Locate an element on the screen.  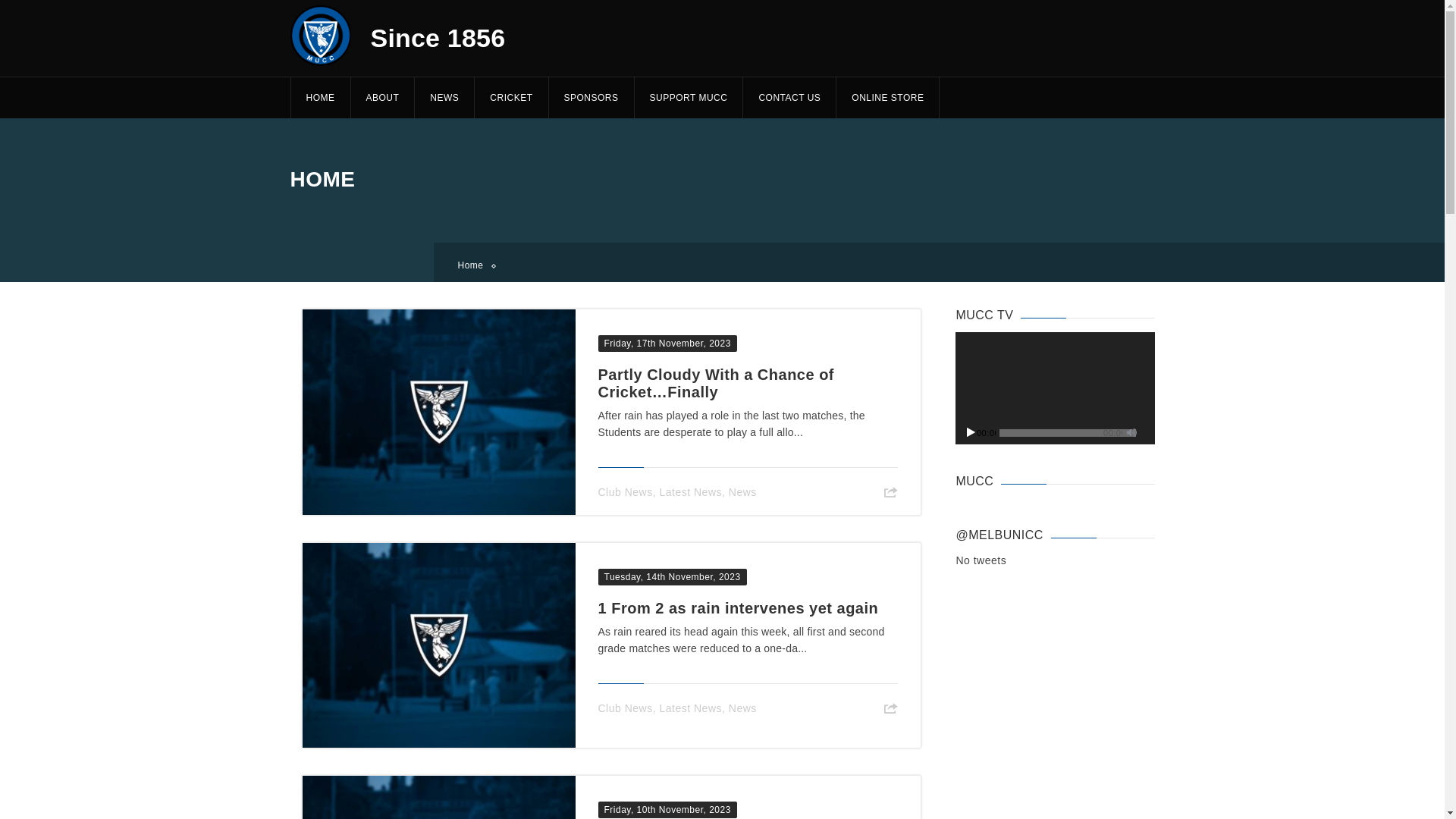
'ABOUT' is located at coordinates (382, 97).